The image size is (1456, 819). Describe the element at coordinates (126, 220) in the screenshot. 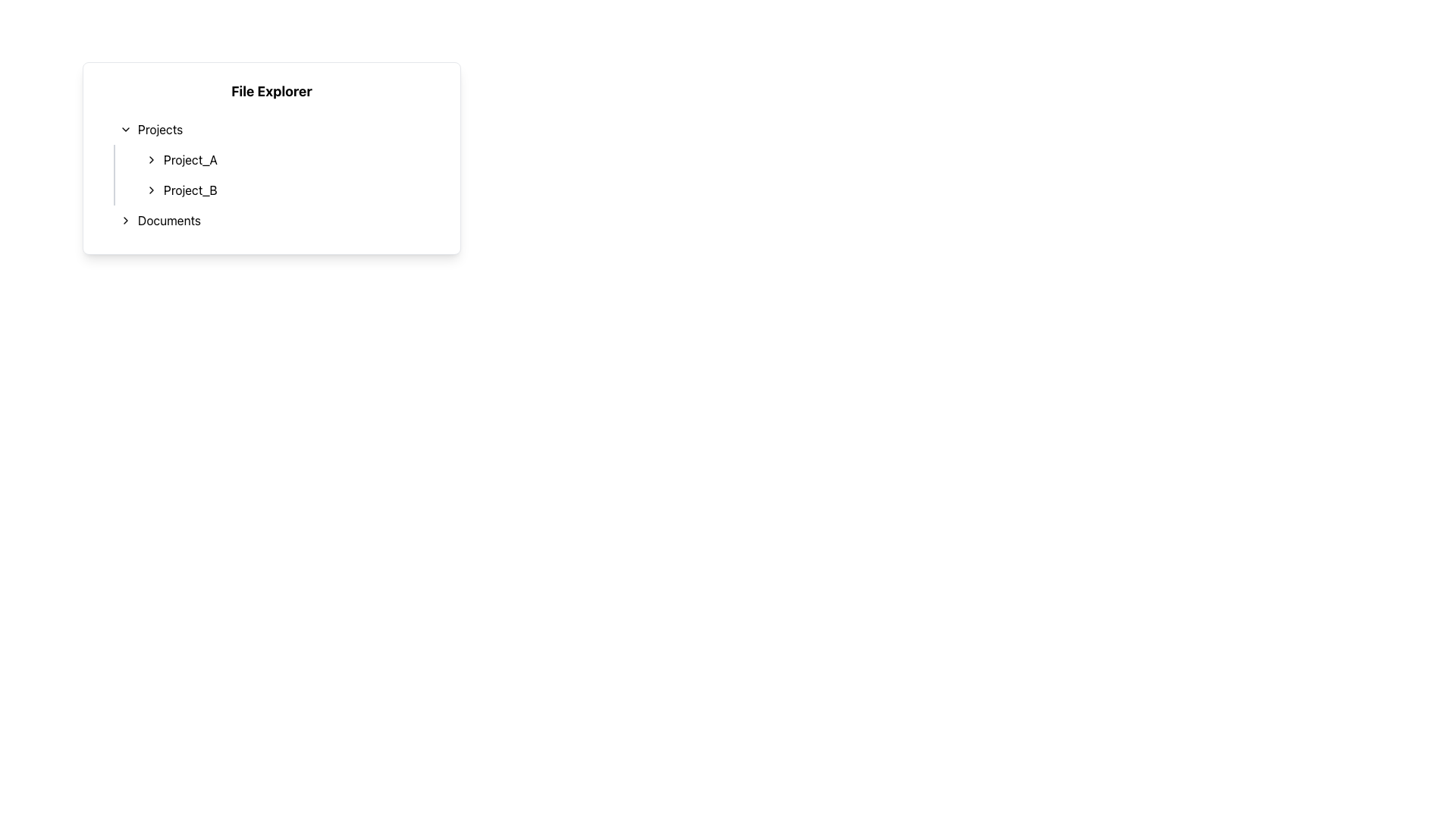

I see `the chevron icon that indicates the expand/collapse functionality for the 'Documents' item in the navigation list` at that location.